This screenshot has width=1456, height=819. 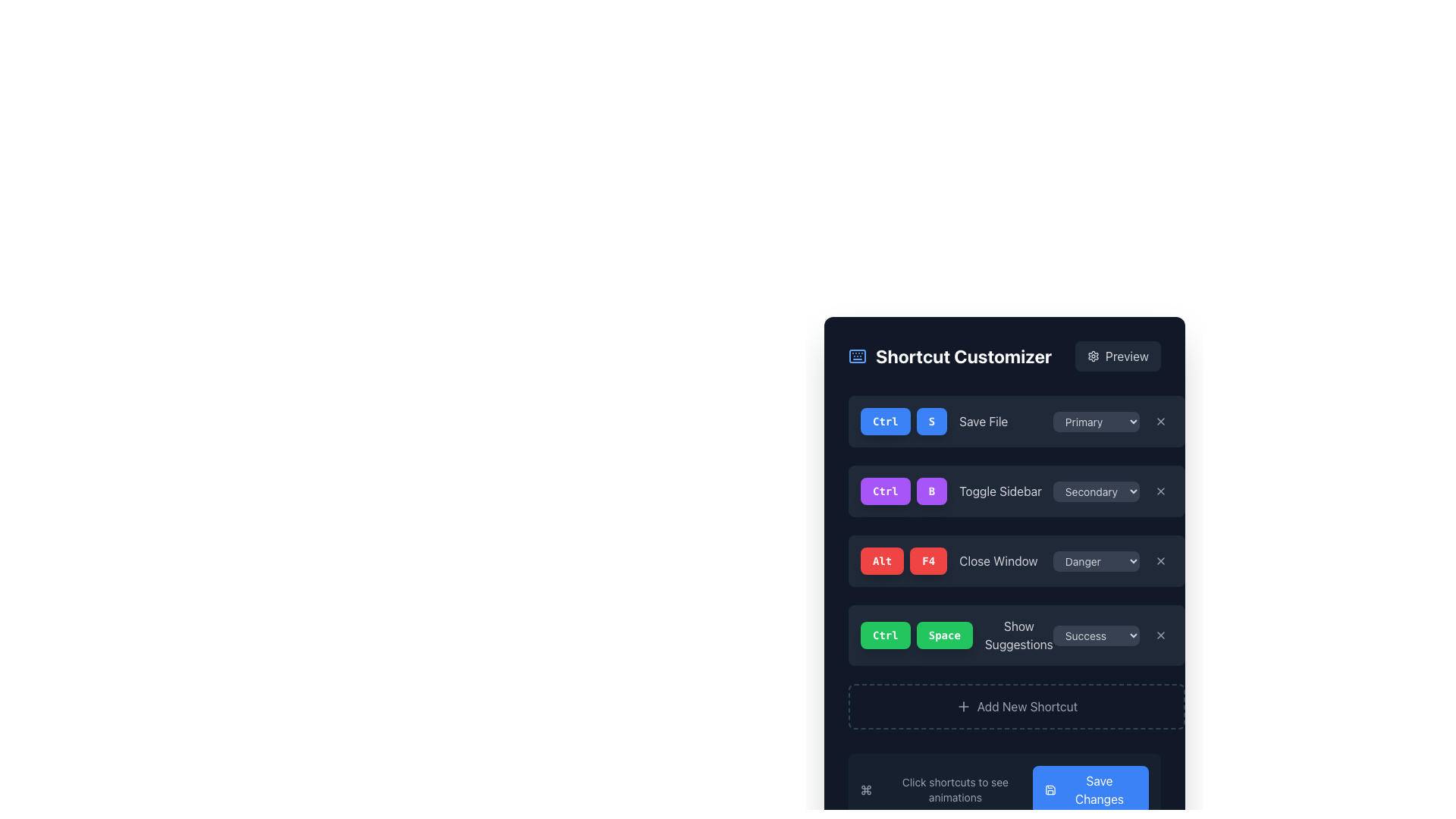 I want to click on the 'B' key button within the shortcut customizer interface to observe the hover effect, so click(x=930, y=491).